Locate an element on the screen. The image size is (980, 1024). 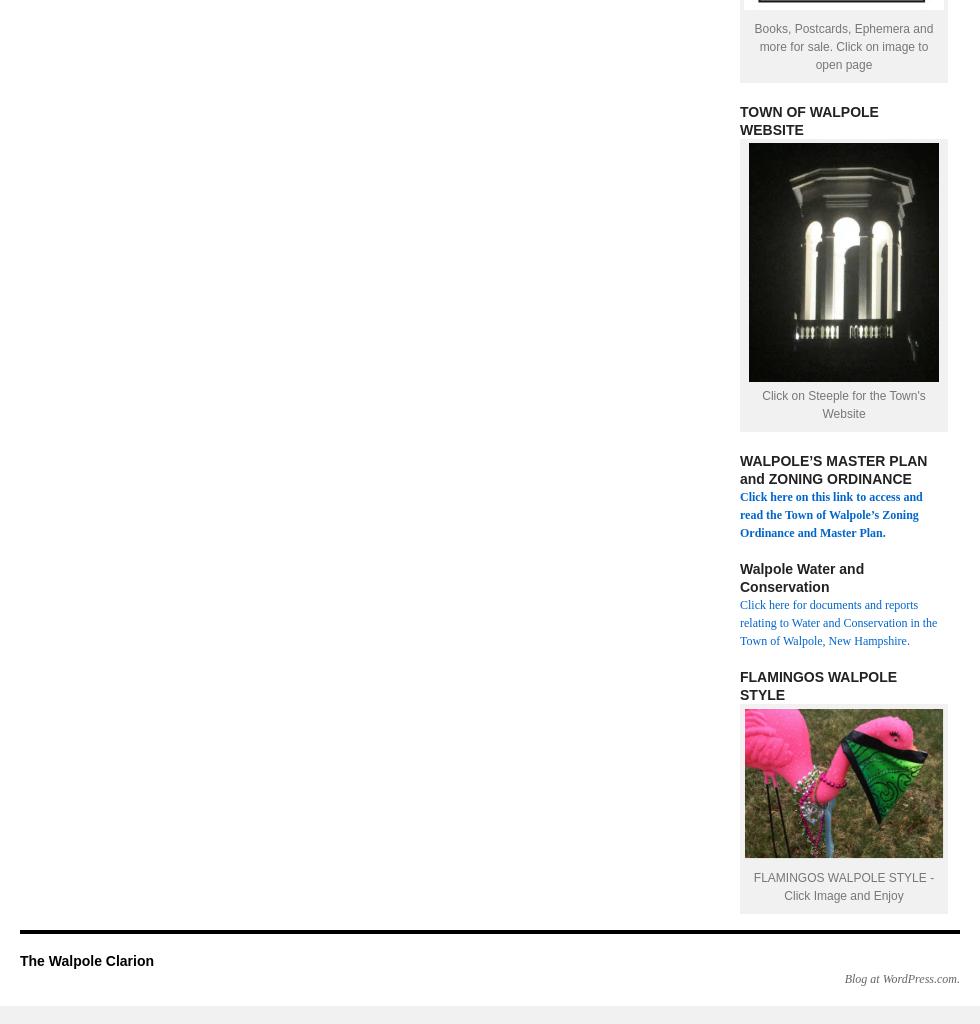
'The Walpole Clarion' is located at coordinates (87, 960).